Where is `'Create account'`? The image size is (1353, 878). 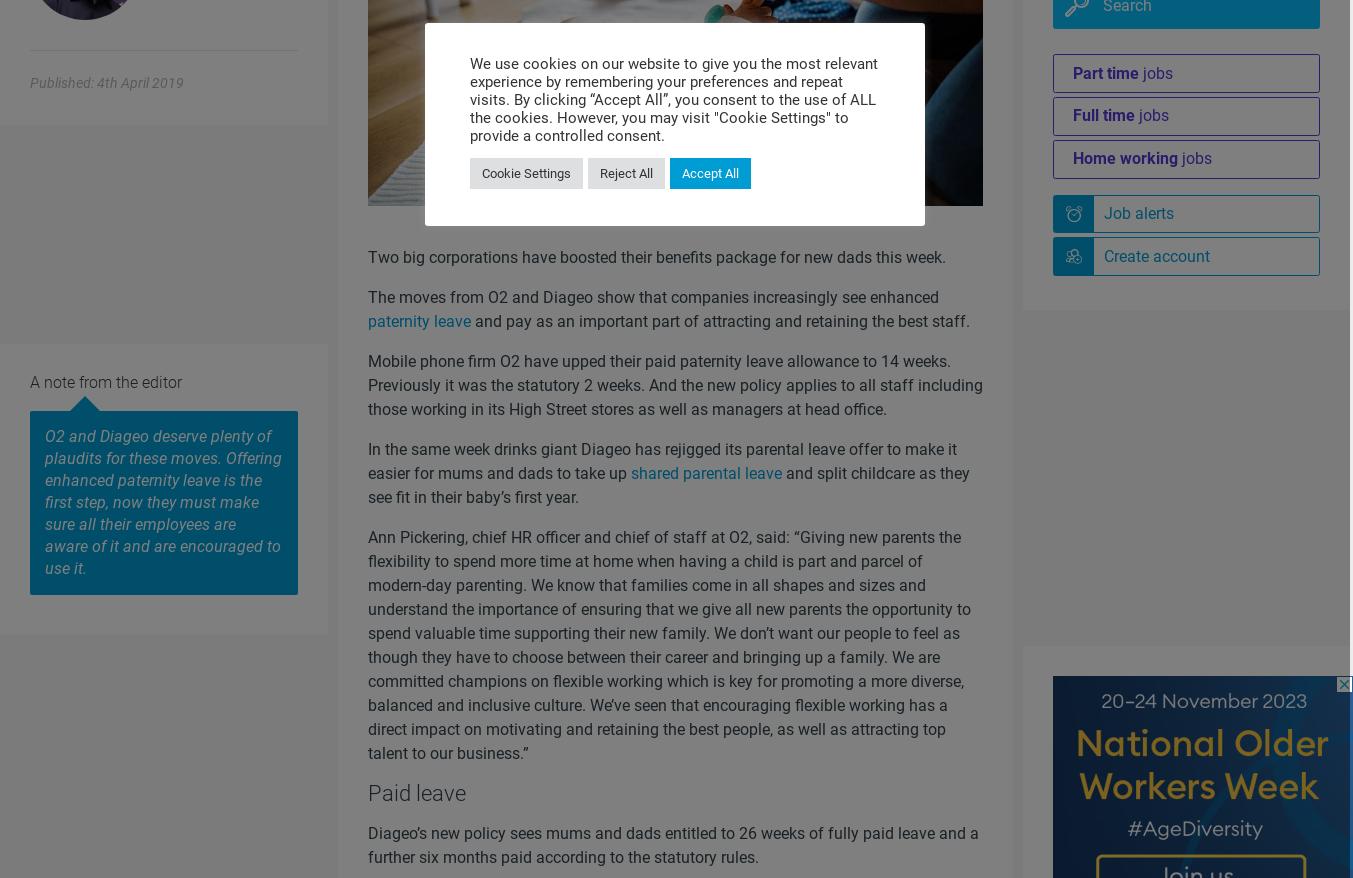 'Create account' is located at coordinates (1101, 255).